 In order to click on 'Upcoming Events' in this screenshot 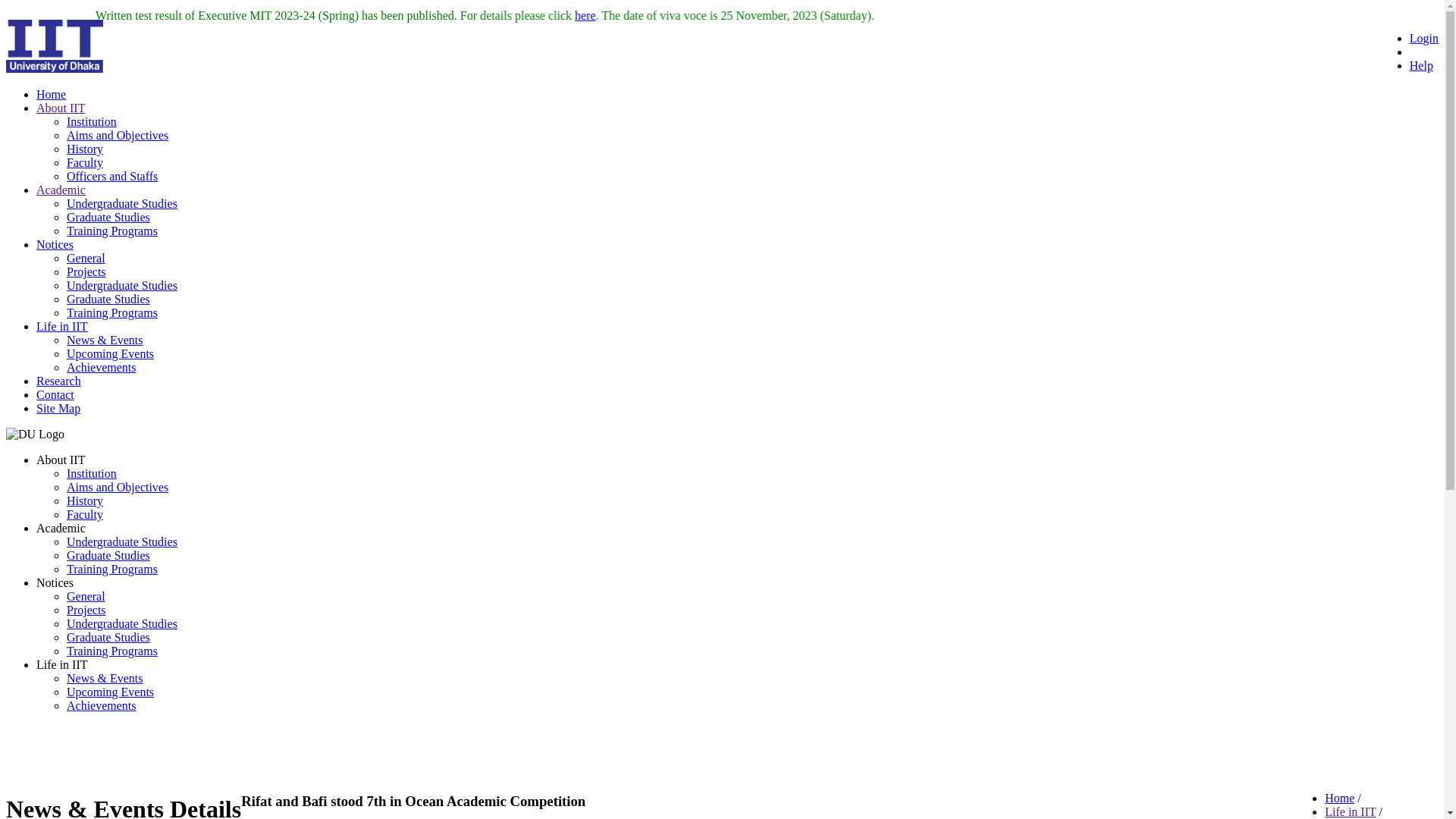, I will do `click(109, 353)`.